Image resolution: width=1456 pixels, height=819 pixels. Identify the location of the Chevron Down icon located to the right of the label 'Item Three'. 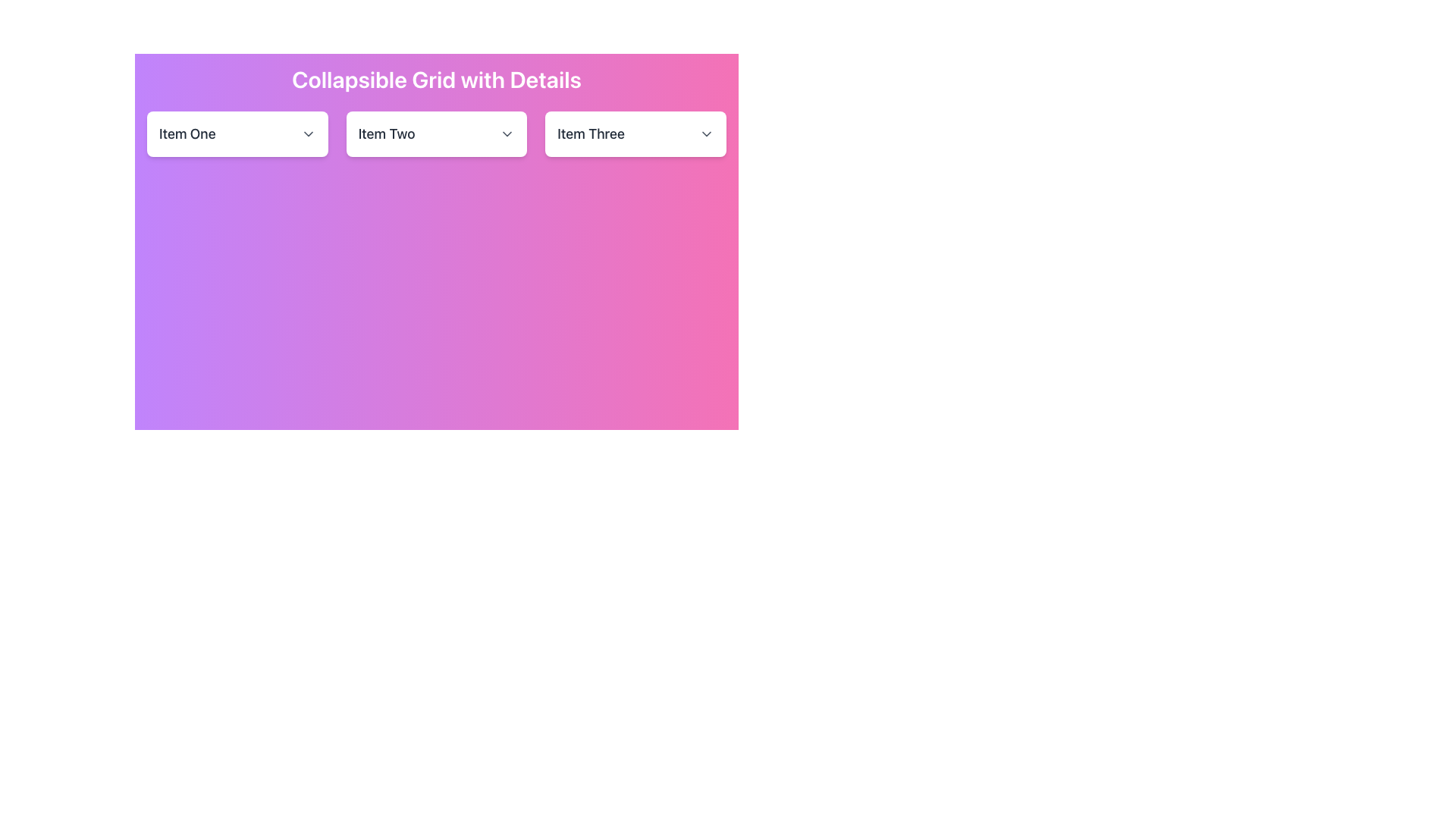
(705, 133).